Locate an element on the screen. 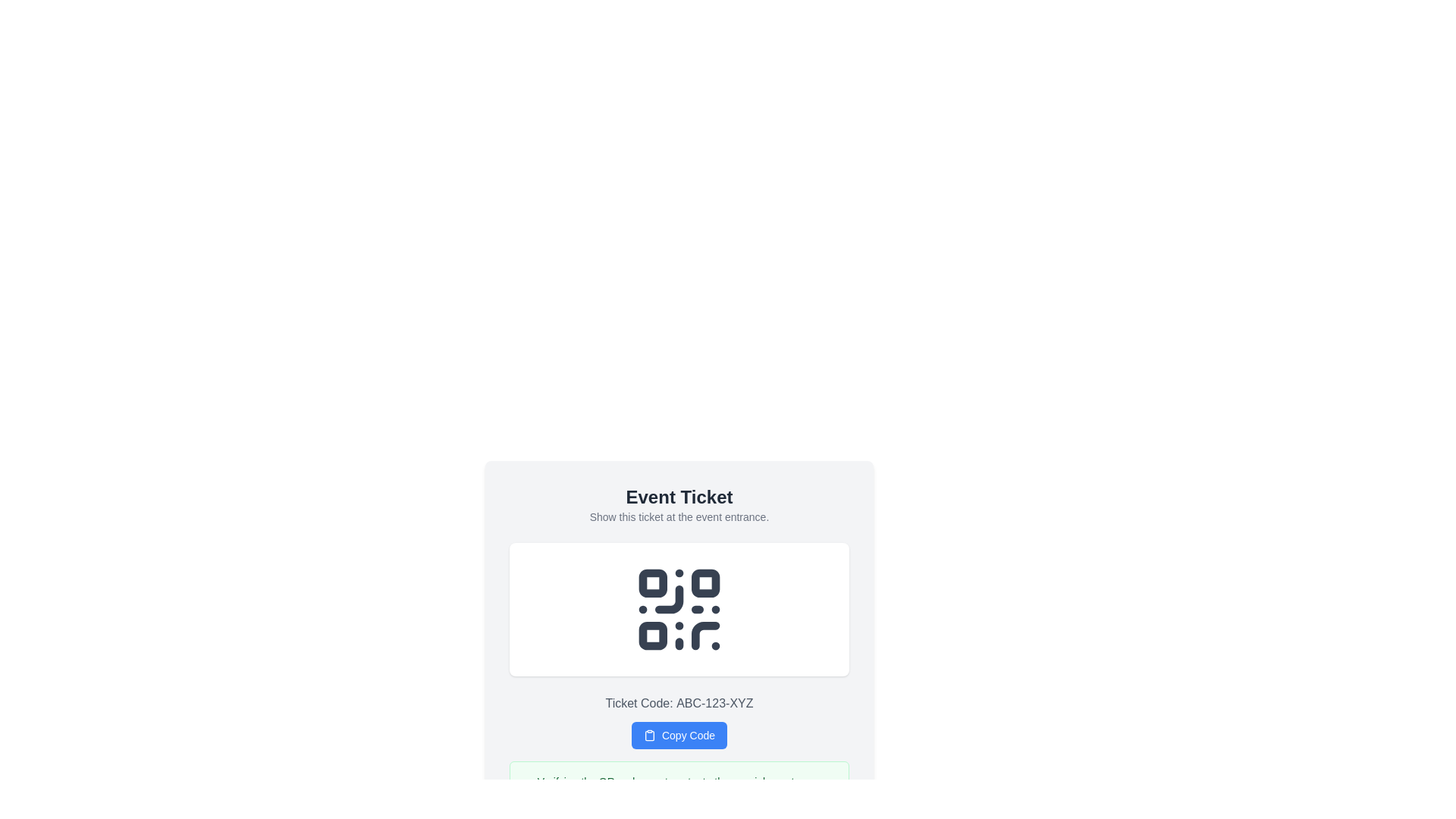  the small square with rounded corners located at the top-right corner of the QR code-like structure, specifically the second square from the top-left among the smaller squares is located at coordinates (704, 582).